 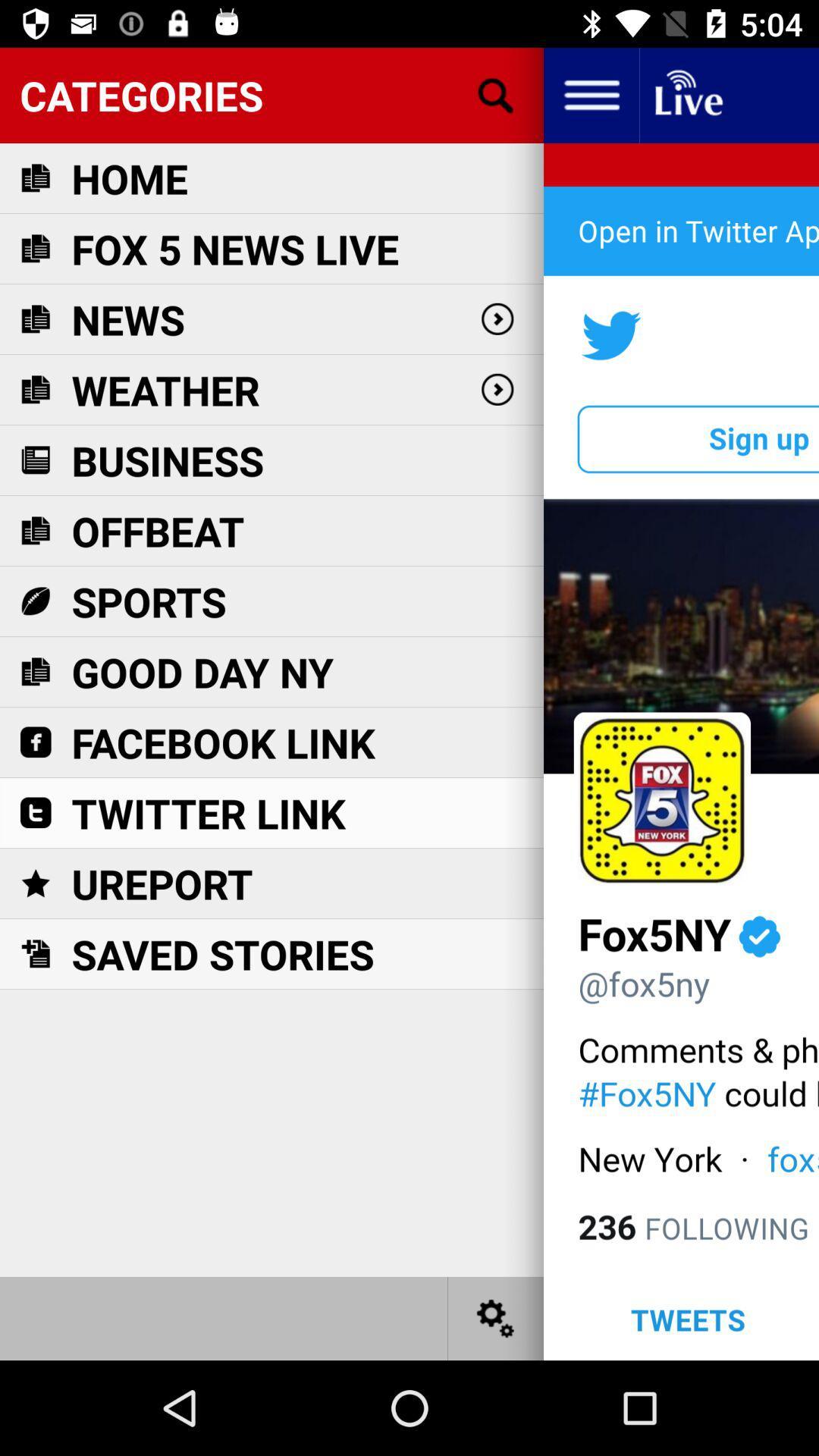 What do you see at coordinates (496, 94) in the screenshot?
I see `open search bar` at bounding box center [496, 94].